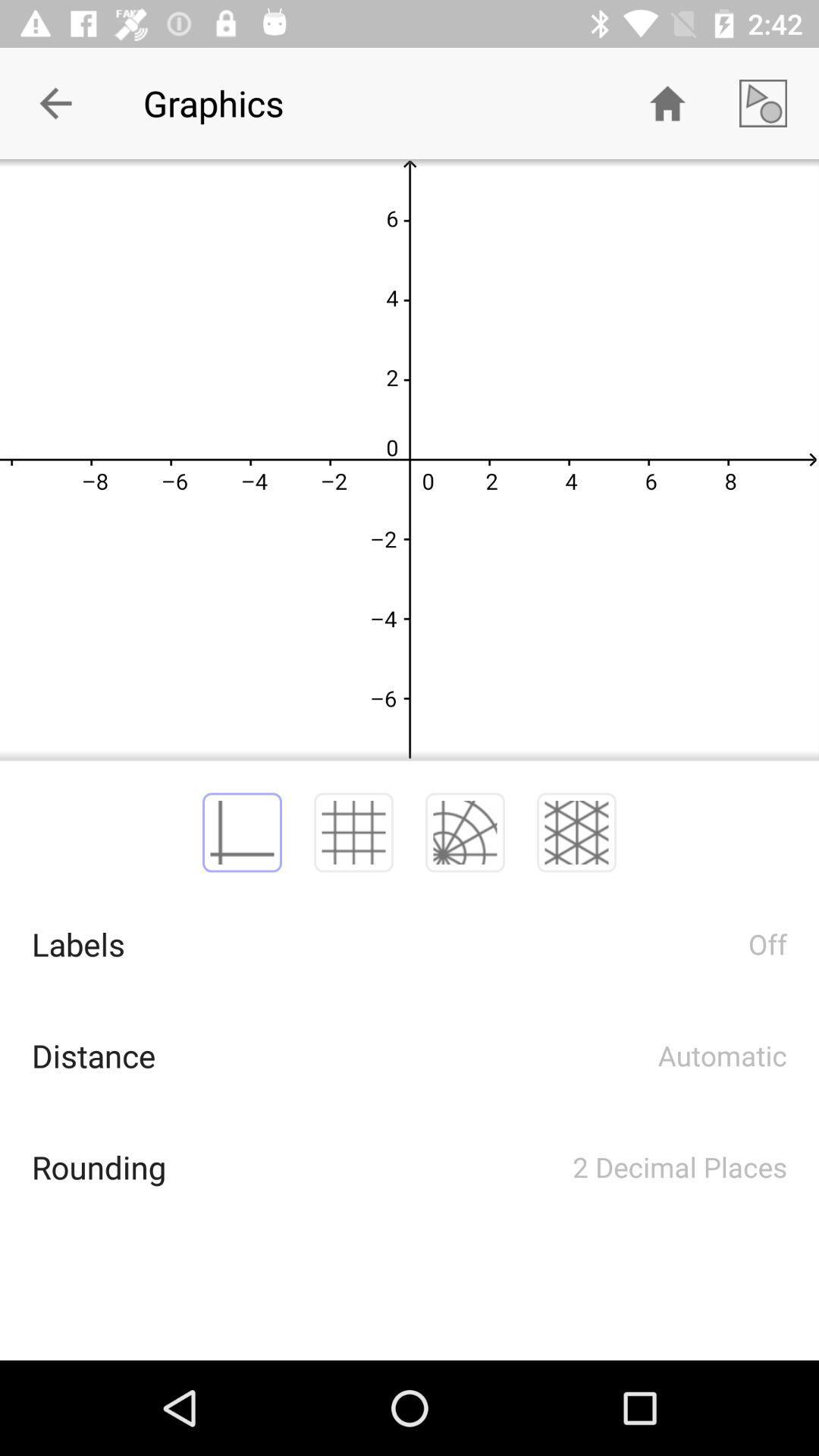  What do you see at coordinates (576, 832) in the screenshot?
I see `the item above the 2 decimal places` at bounding box center [576, 832].